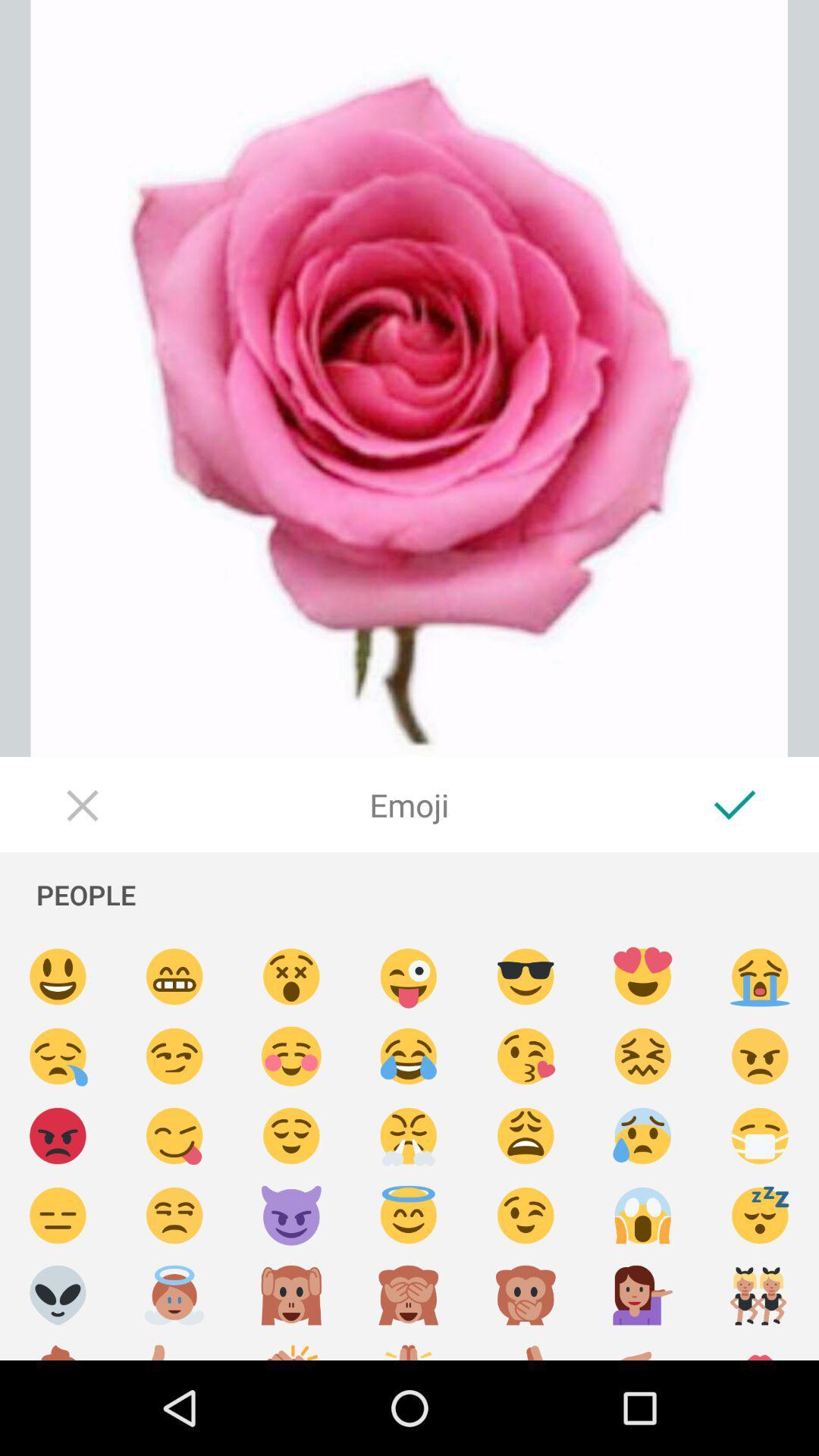 This screenshot has height=1456, width=819. I want to click on emoji button, so click(408, 977).